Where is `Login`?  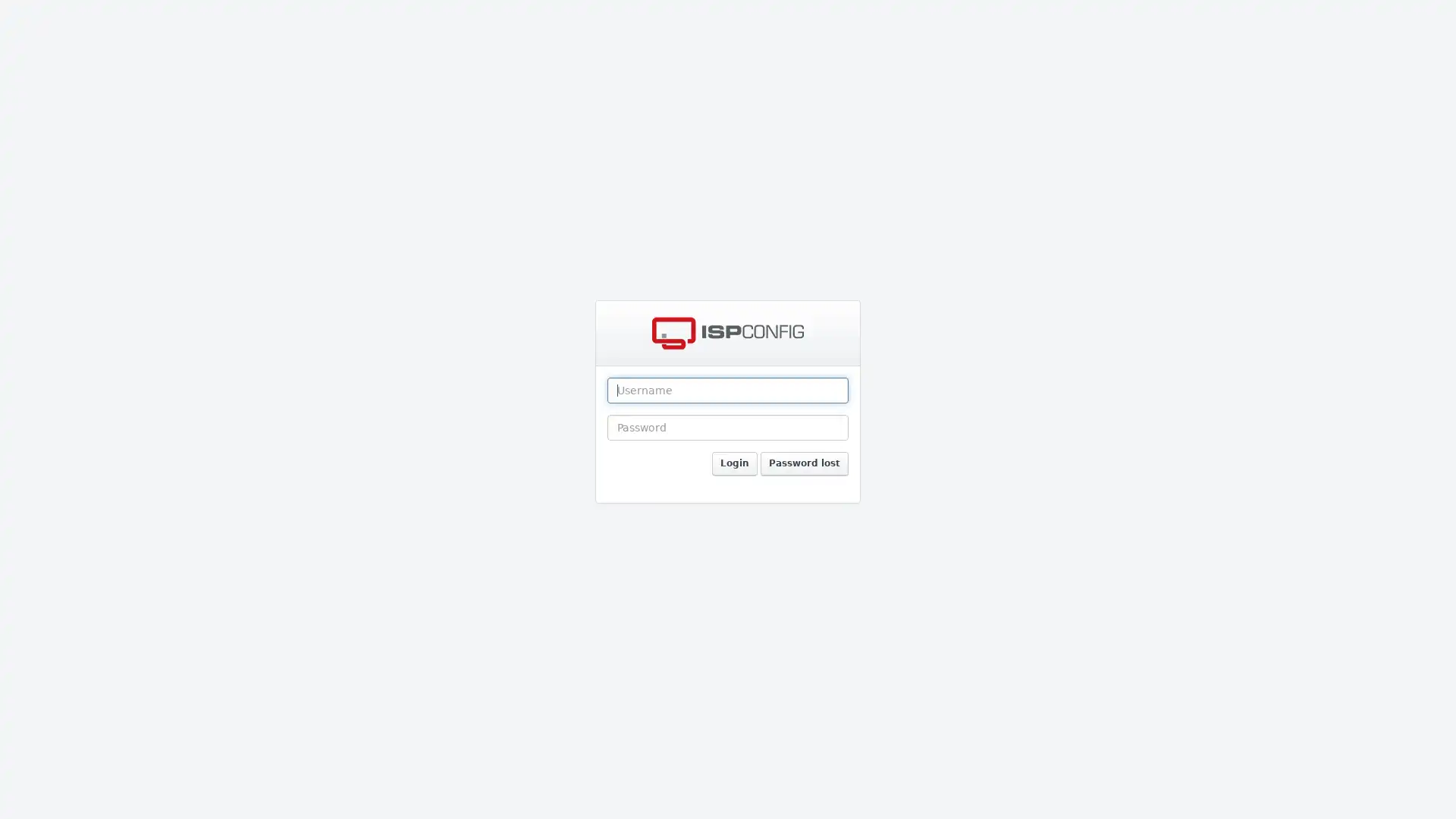 Login is located at coordinates (735, 463).